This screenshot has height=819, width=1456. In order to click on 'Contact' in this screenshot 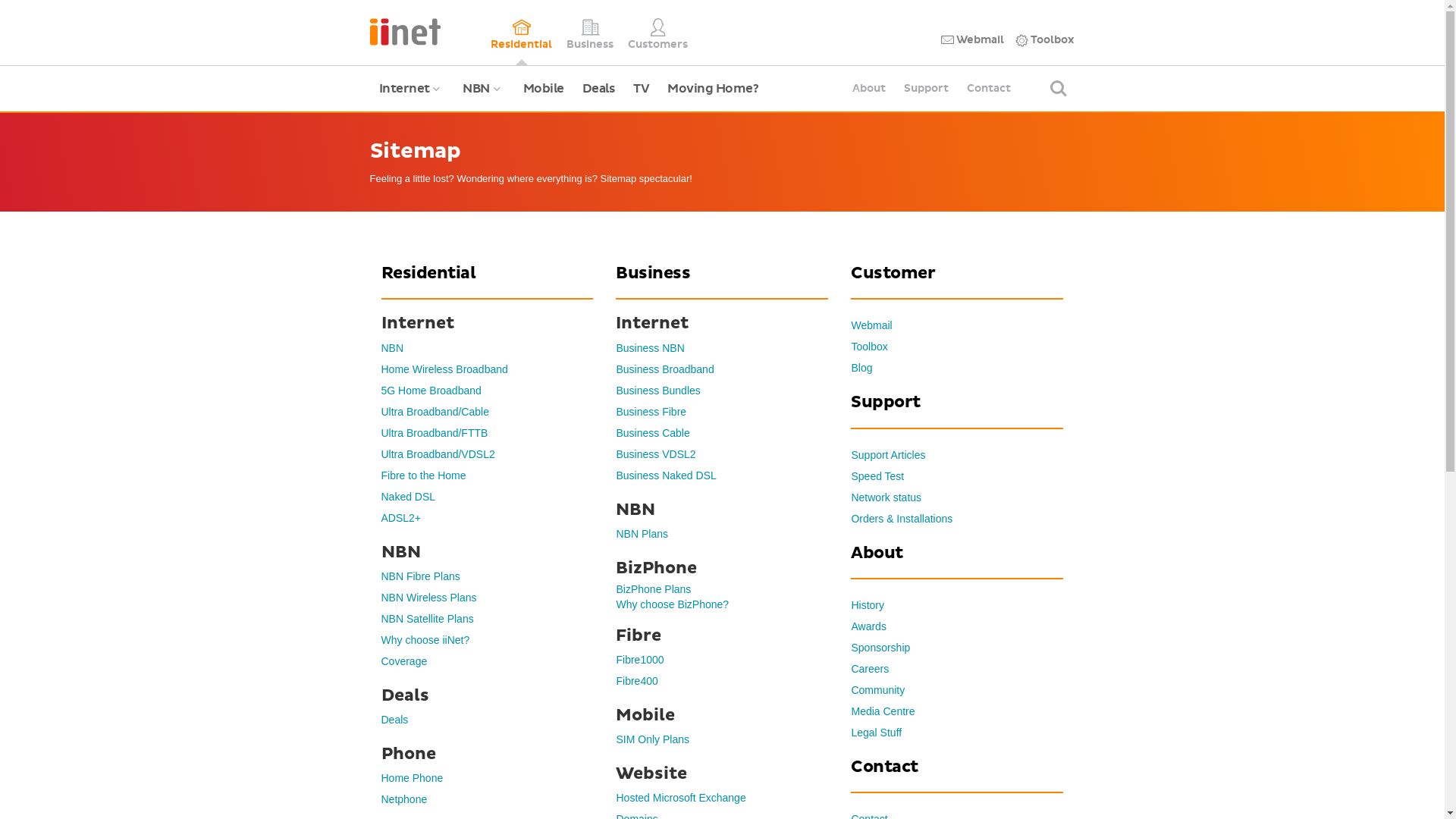, I will do `click(989, 88)`.